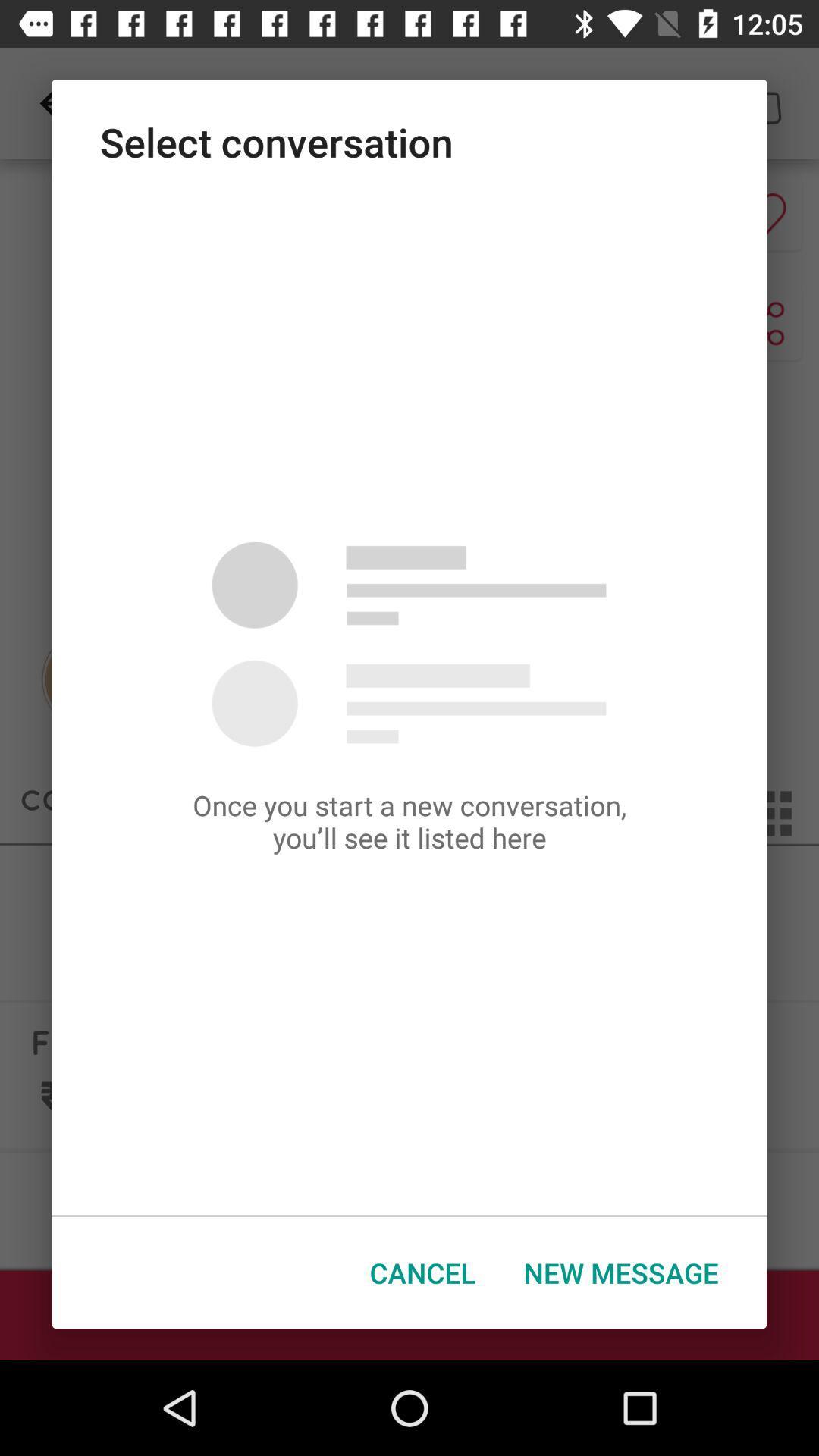 The image size is (819, 1456). What do you see at coordinates (621, 1272) in the screenshot?
I see `the button to the right of the cancel` at bounding box center [621, 1272].